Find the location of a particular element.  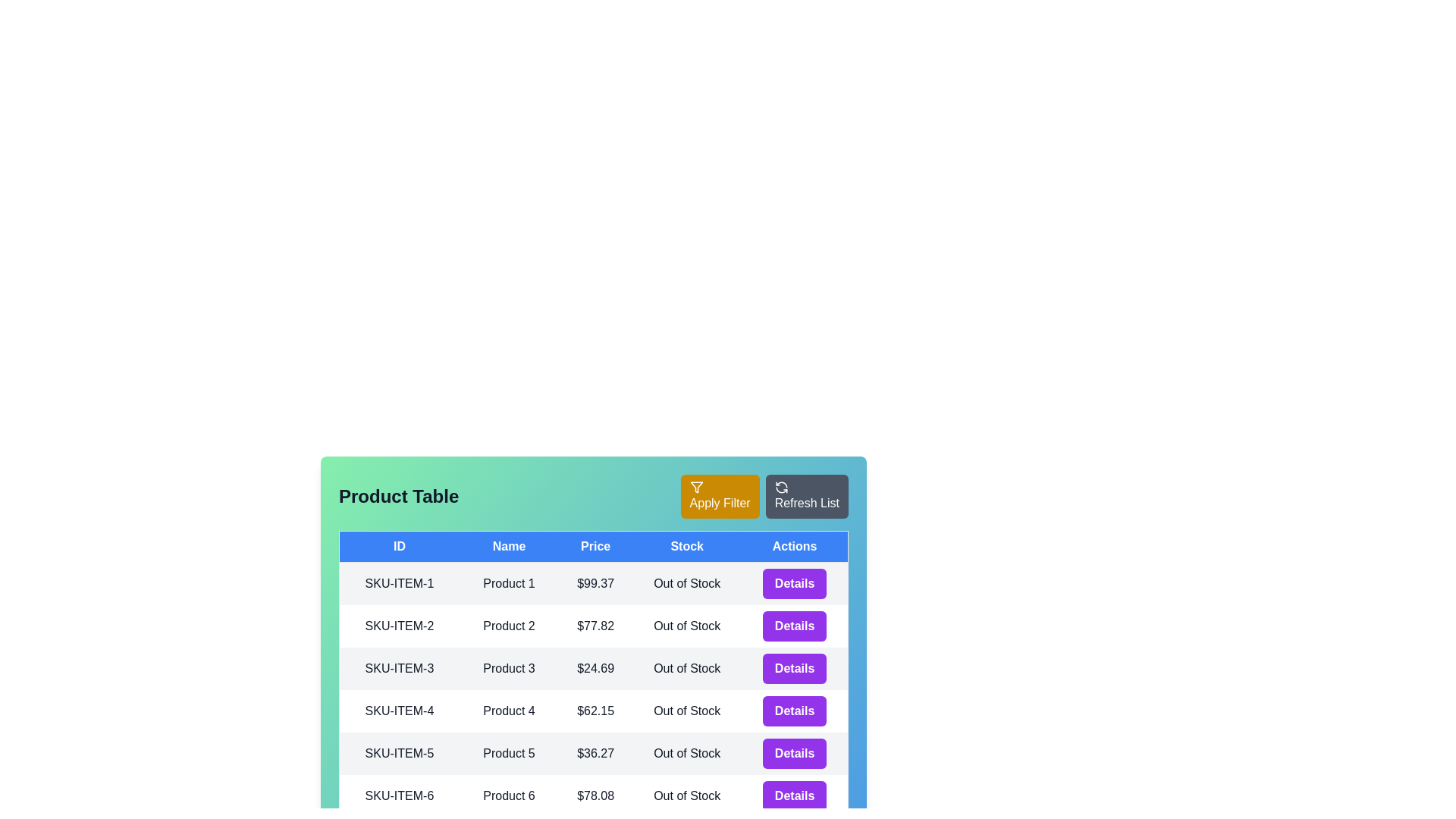

the button labeled Apply Filter is located at coordinates (719, 497).